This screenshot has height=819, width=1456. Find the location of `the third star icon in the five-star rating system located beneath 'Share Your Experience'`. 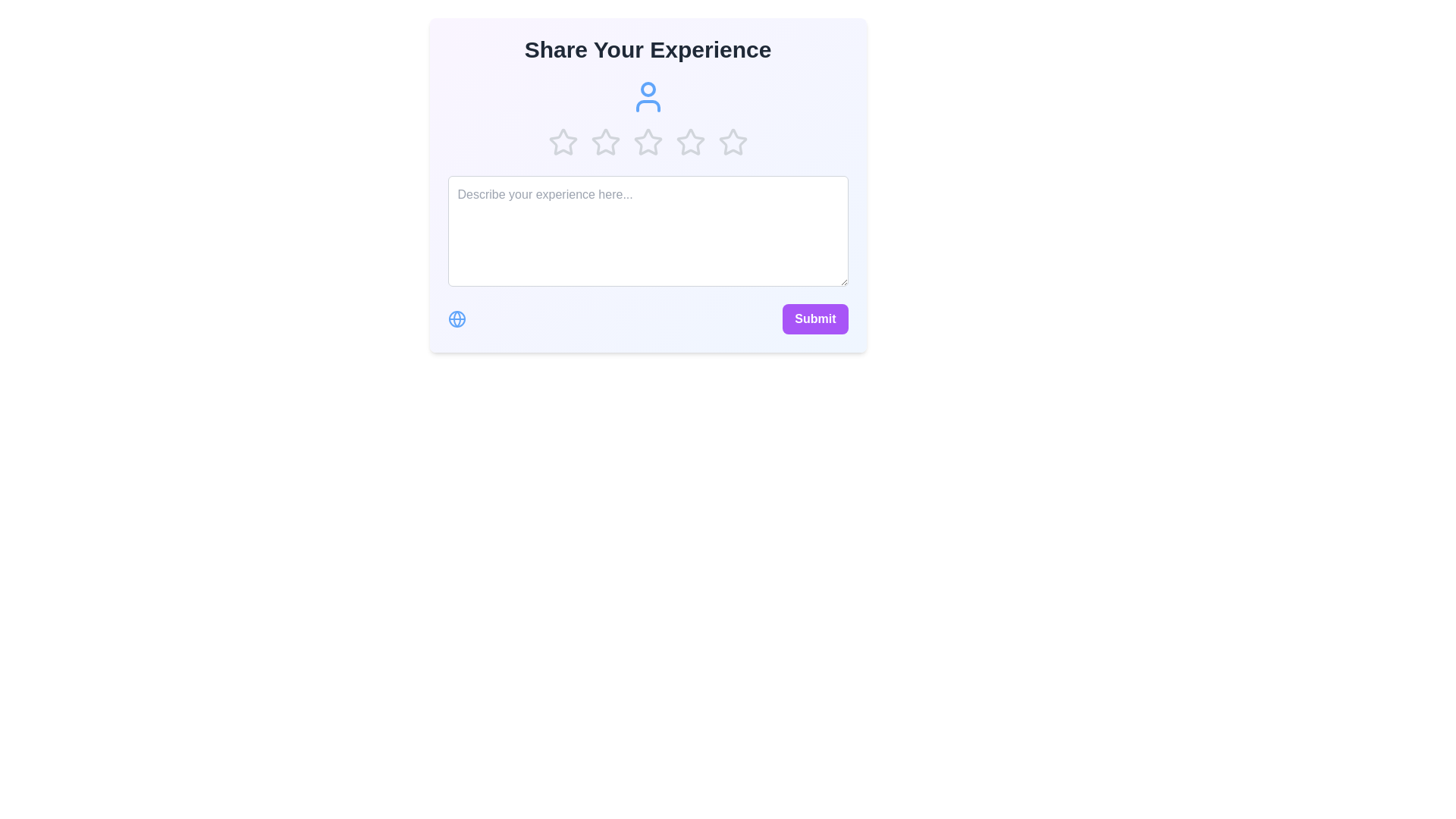

the third star icon in the five-star rating system located beneath 'Share Your Experience' is located at coordinates (648, 143).